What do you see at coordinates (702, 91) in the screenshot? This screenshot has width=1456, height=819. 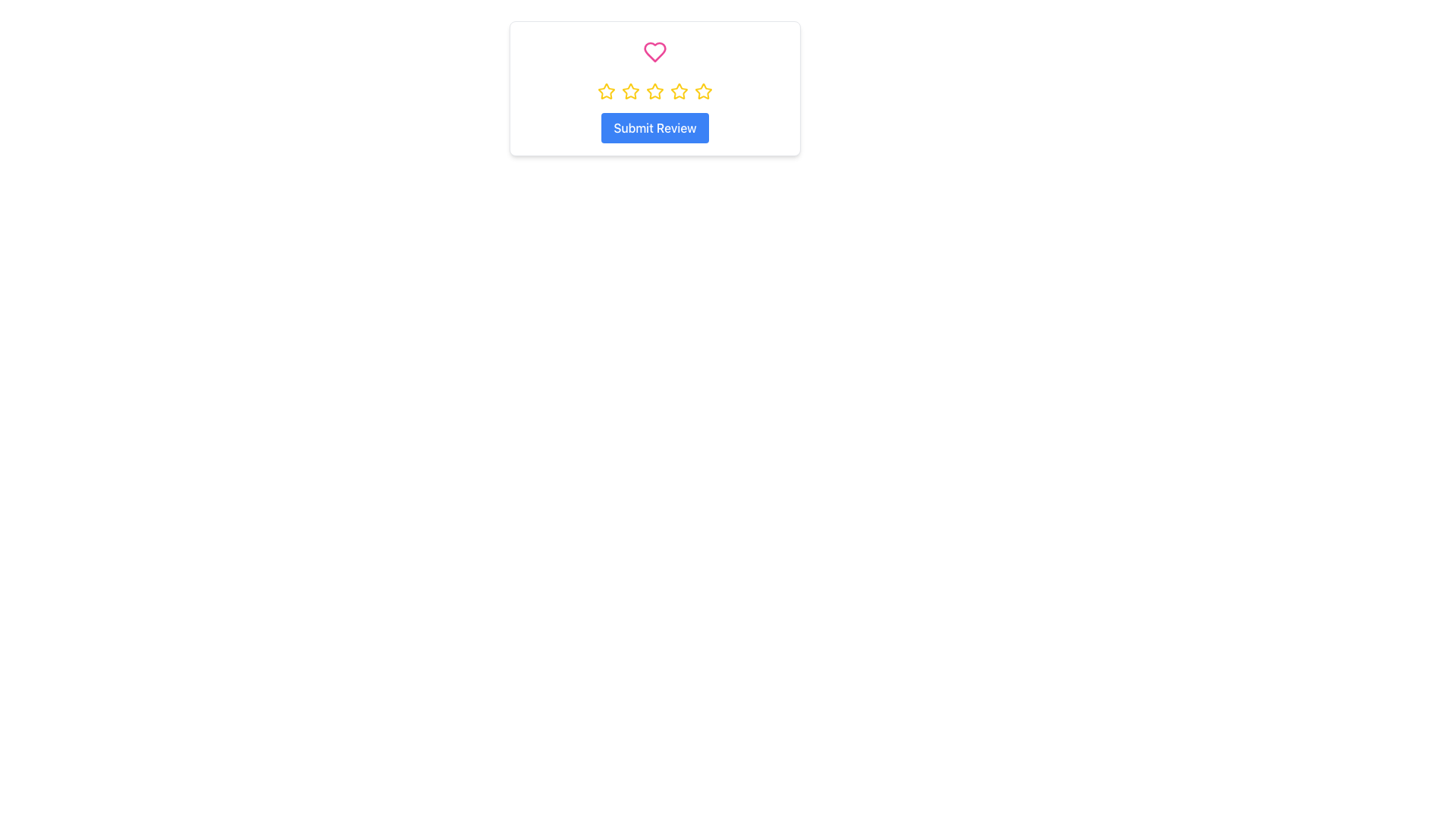 I see `the fifth yellow star icon in the horizontal sequence of five stars, which is located below a heart icon and above the 'Submit Review' button` at bounding box center [702, 91].